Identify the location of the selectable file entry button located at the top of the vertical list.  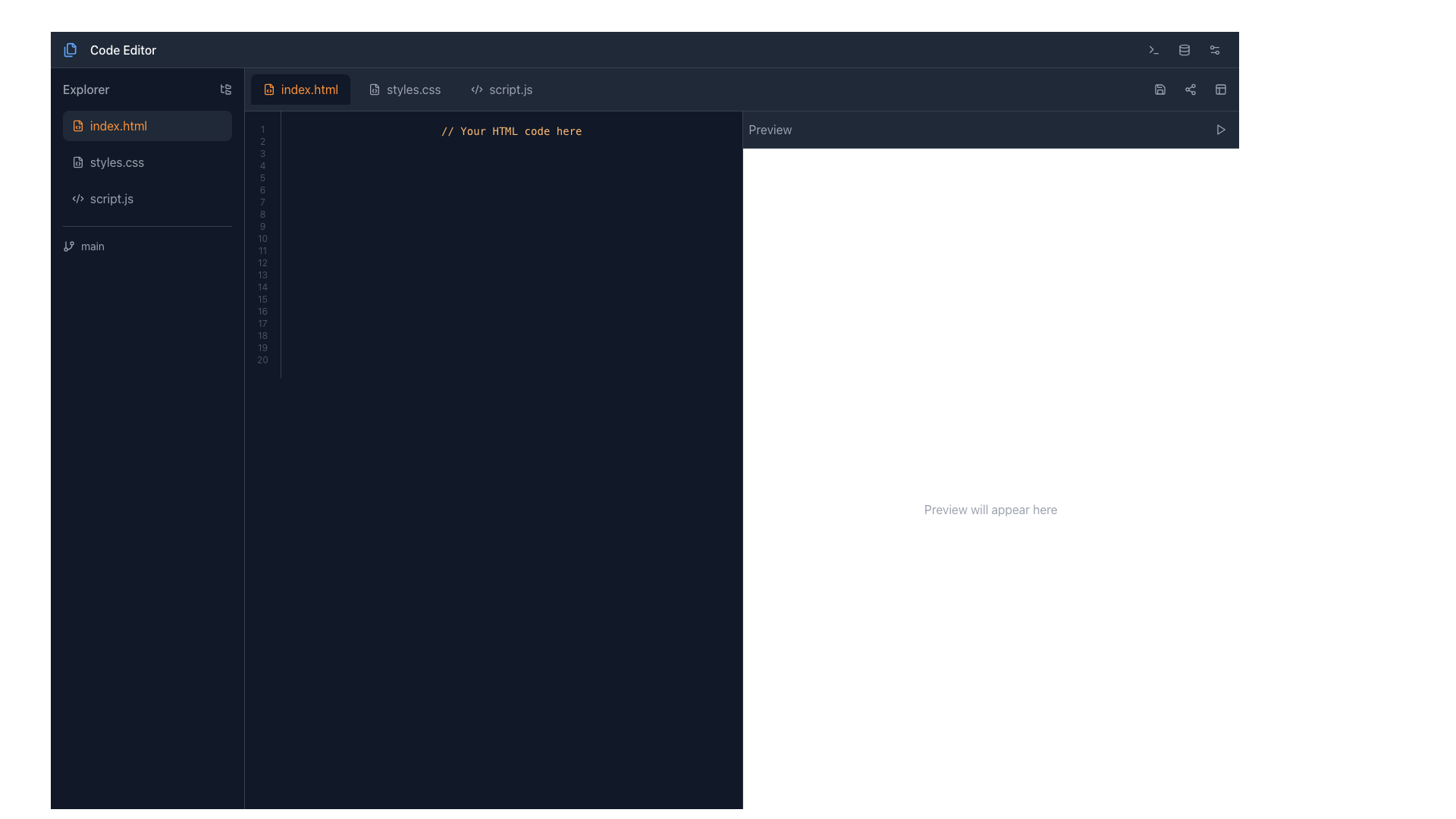
(147, 124).